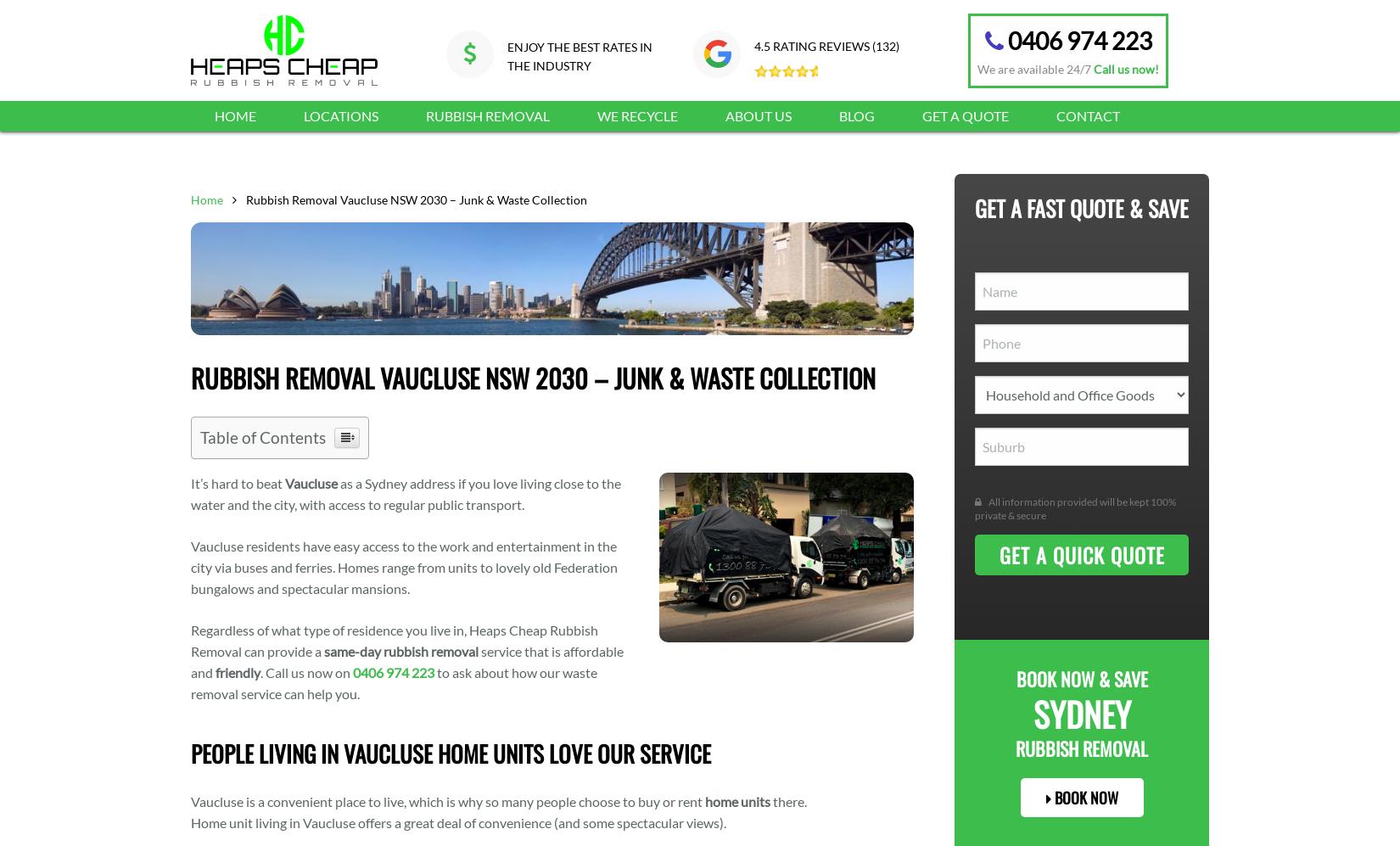 Image resolution: width=1400 pixels, height=846 pixels. What do you see at coordinates (636, 115) in the screenshot?
I see `'We Recycle'` at bounding box center [636, 115].